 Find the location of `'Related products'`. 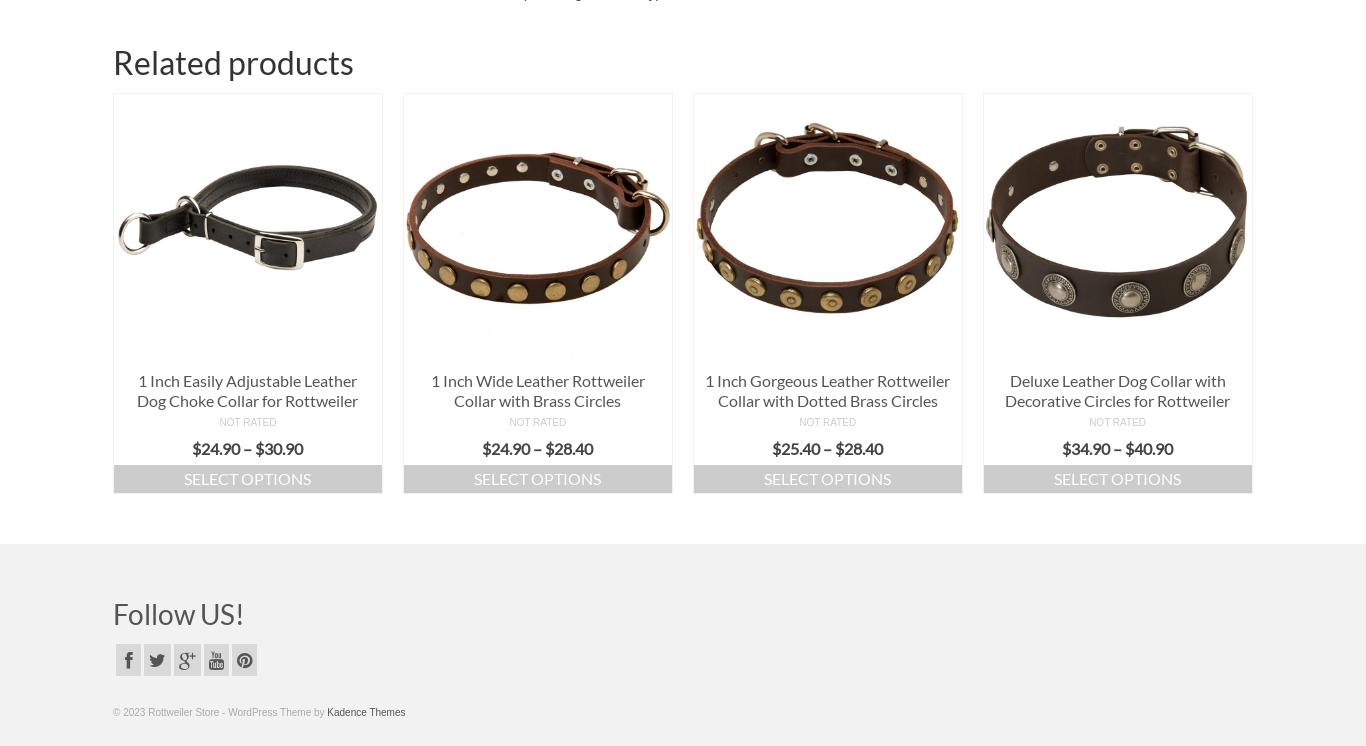

'Related products' is located at coordinates (233, 60).